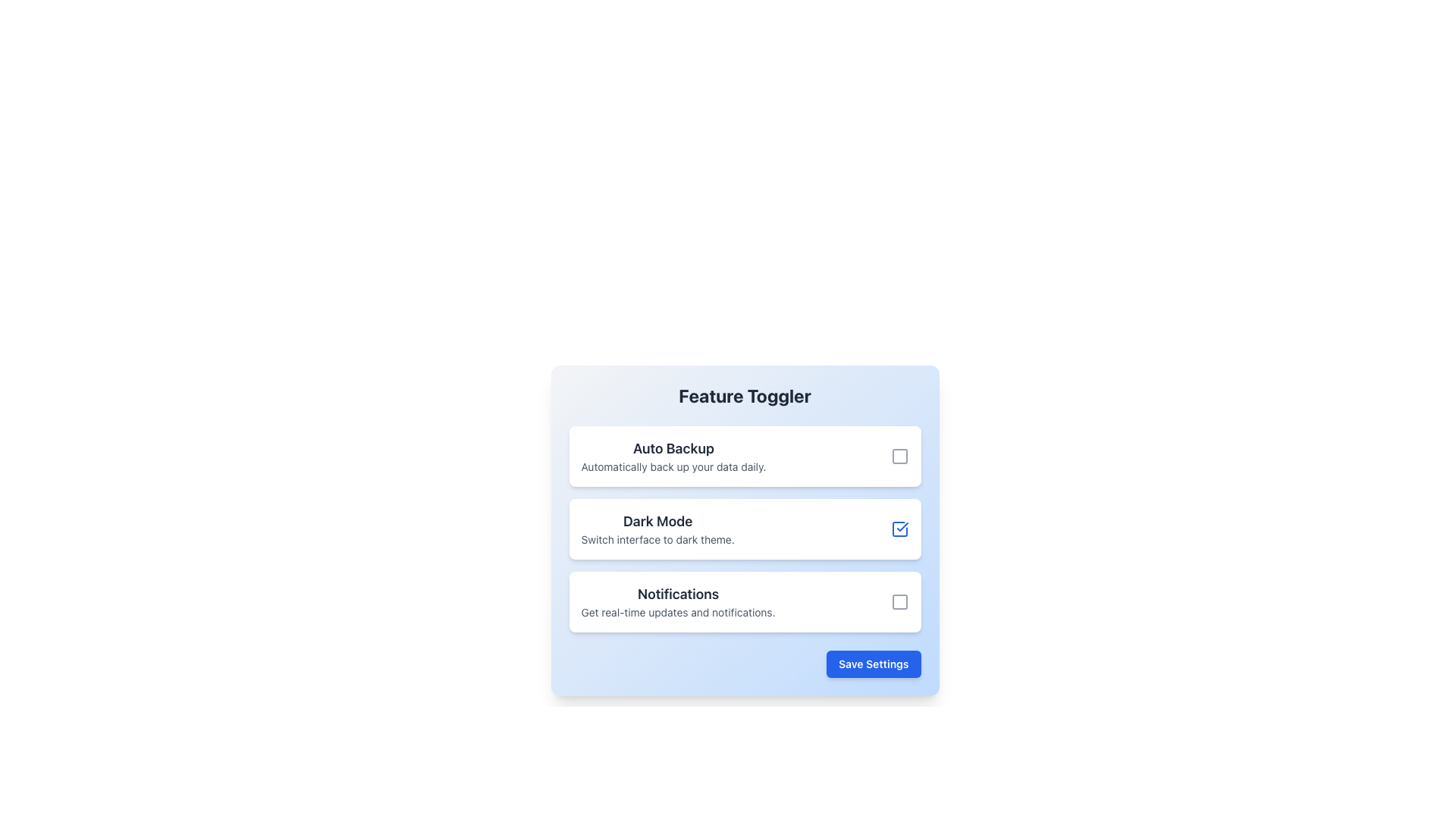  I want to click on the text block containing the bolded header 'Notifications' and the subtext 'Get real-time updates and notifications.', so click(677, 601).